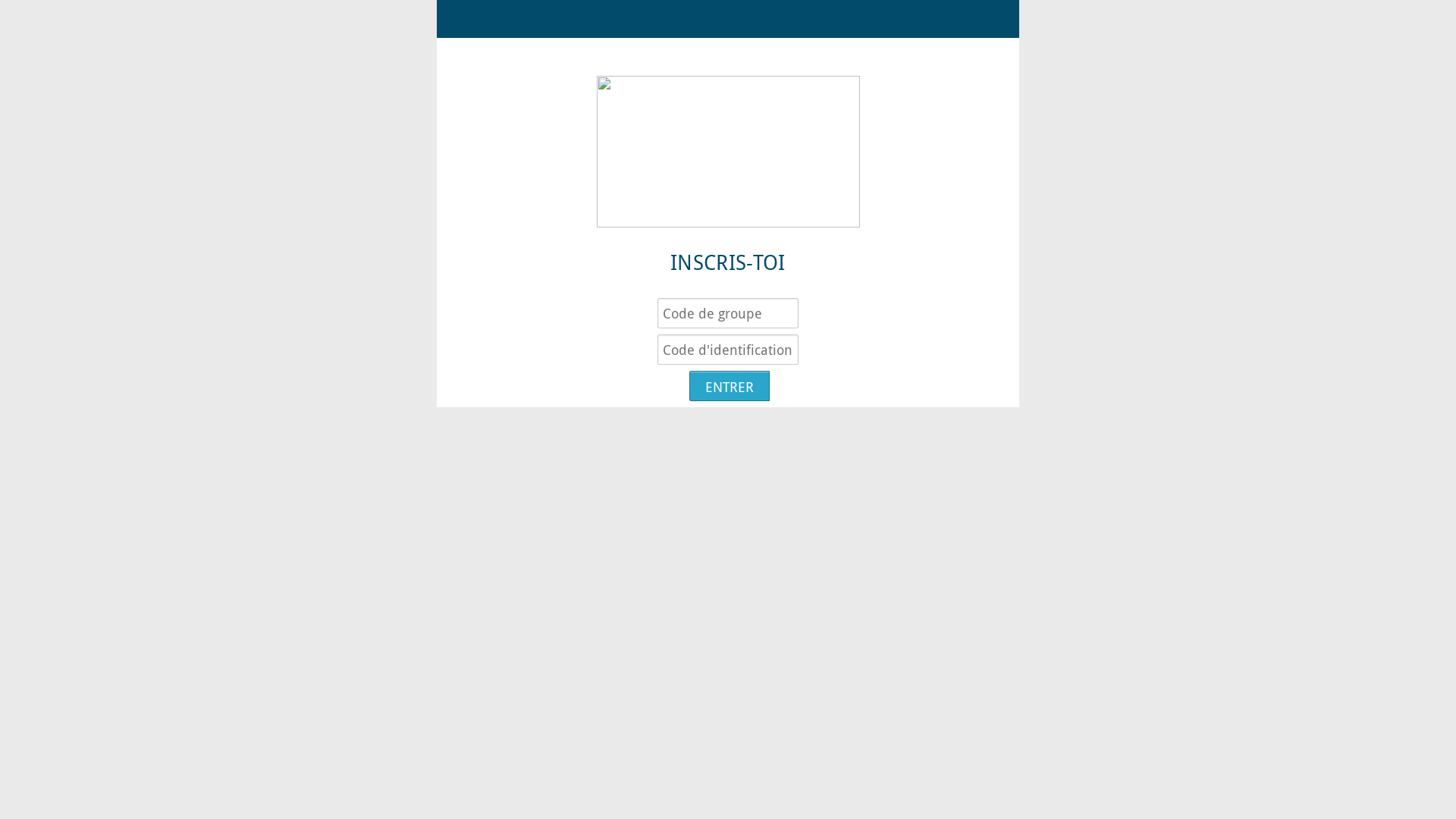 This screenshot has width=1456, height=819. I want to click on 'ENTRER', so click(688, 385).